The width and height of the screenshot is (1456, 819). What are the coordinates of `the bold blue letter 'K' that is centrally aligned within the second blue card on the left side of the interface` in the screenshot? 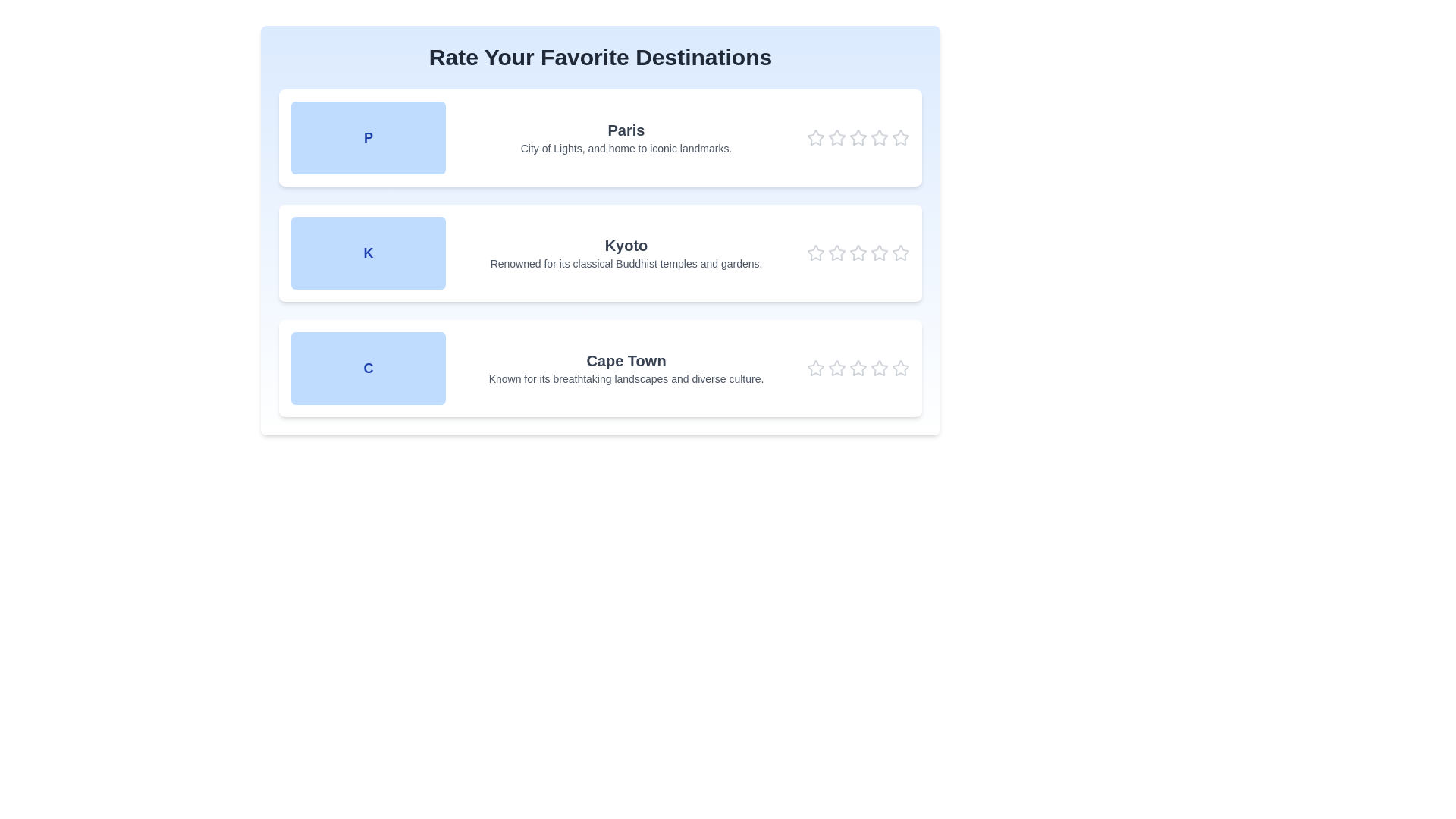 It's located at (368, 253).